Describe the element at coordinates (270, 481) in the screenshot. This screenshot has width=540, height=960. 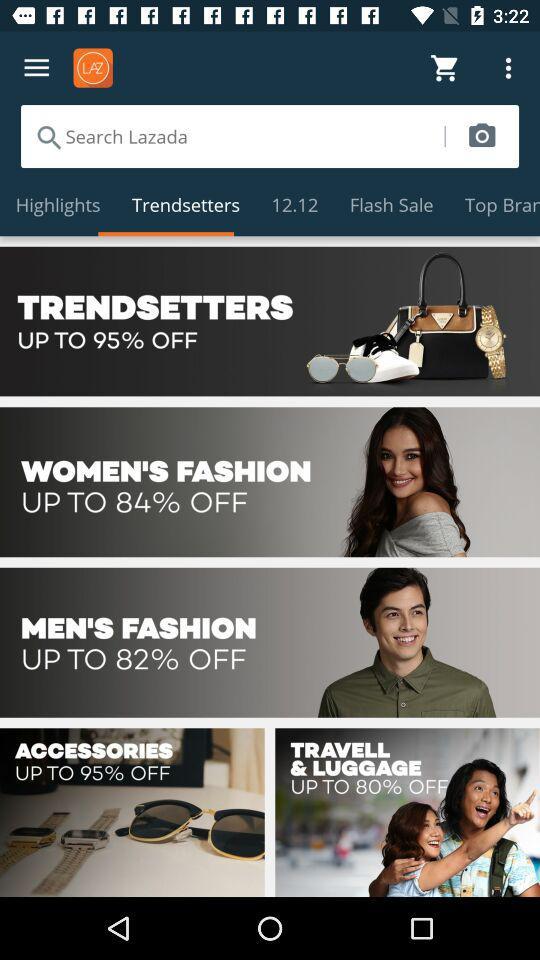
I see `see discounts in women 's fashion` at that location.